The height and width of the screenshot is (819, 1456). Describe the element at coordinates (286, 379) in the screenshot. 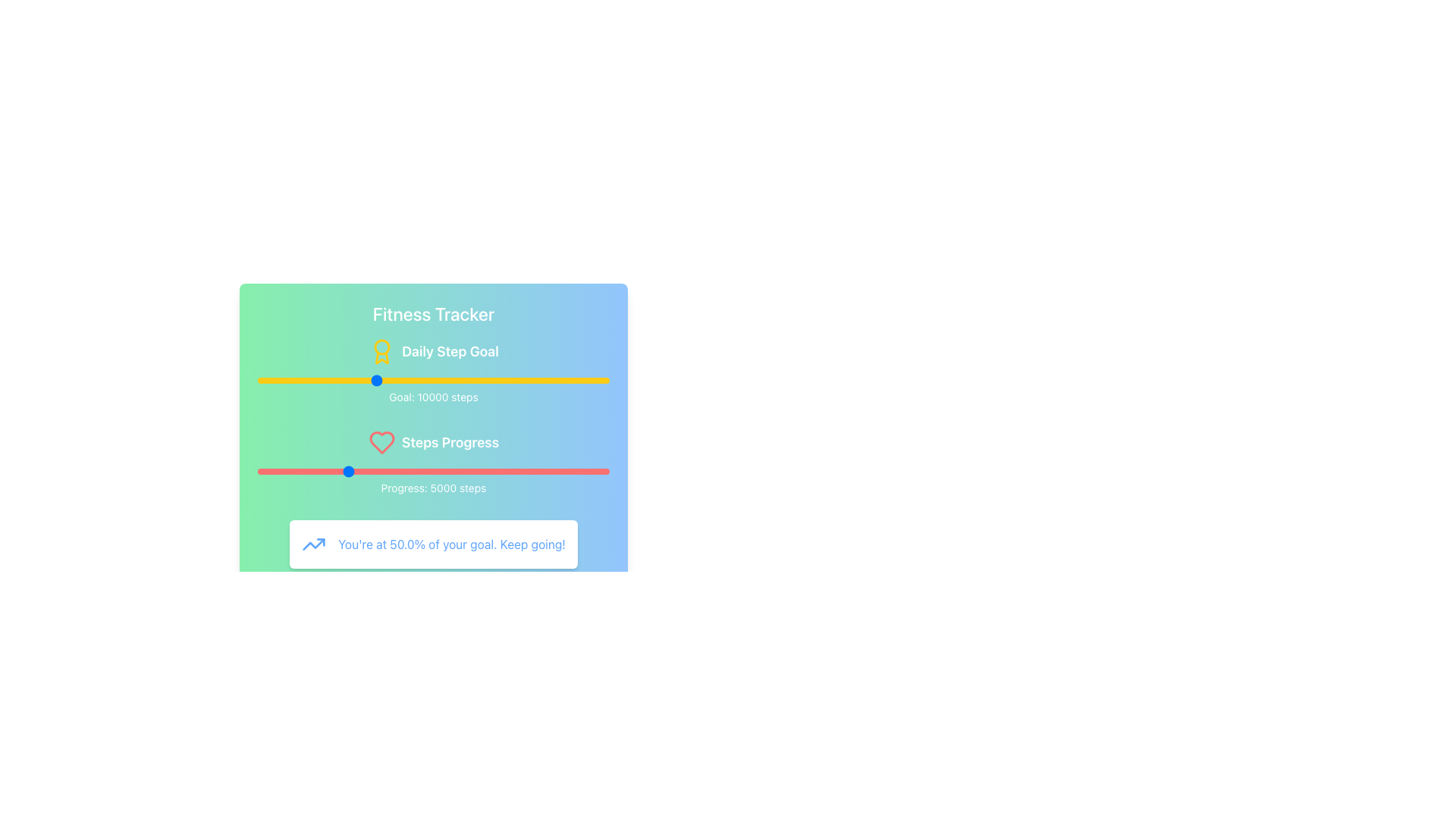

I see `the daily step goal` at that location.